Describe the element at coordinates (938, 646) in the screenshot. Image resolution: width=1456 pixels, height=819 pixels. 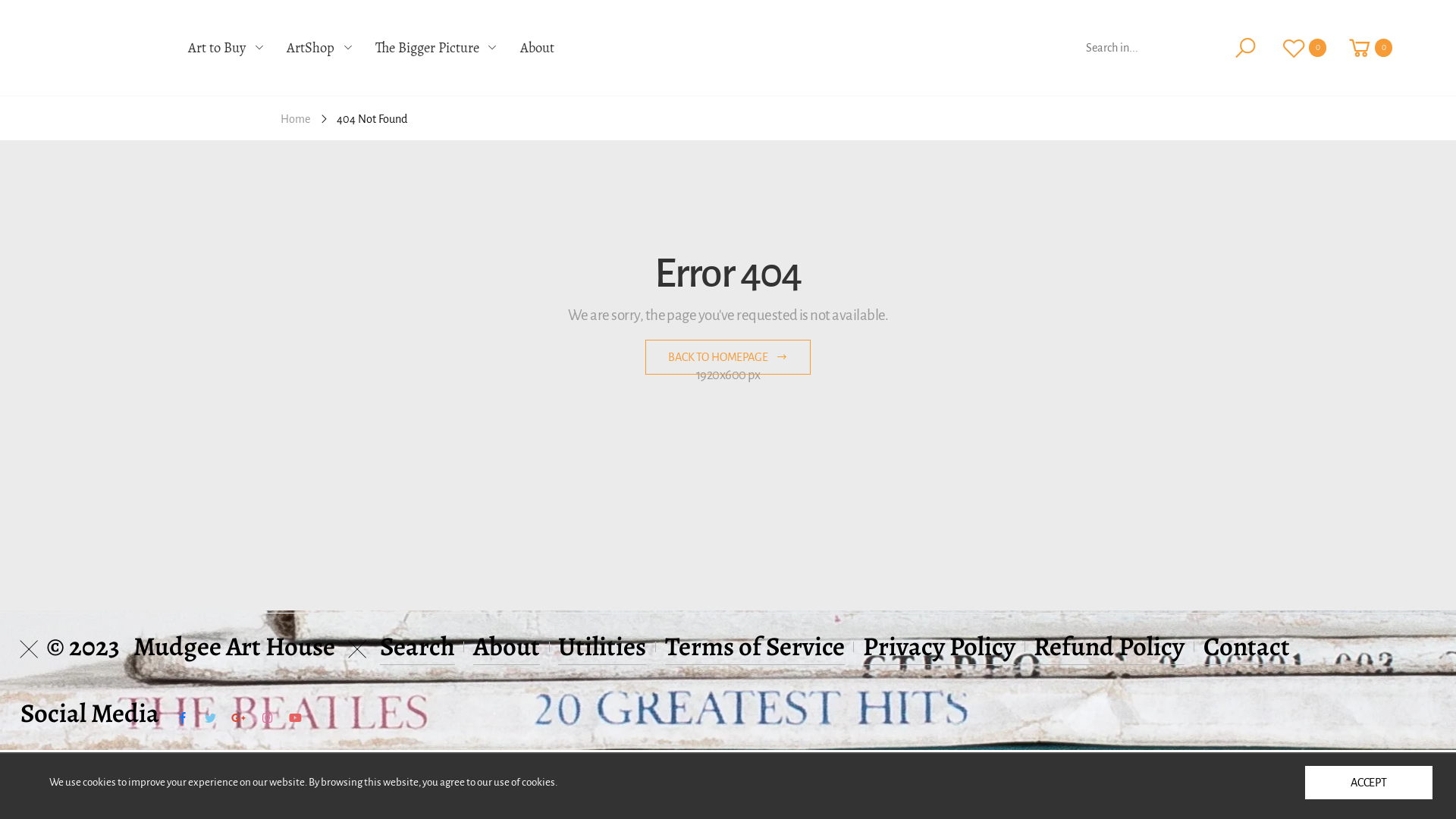
I see `'Privacy Policy'` at that location.